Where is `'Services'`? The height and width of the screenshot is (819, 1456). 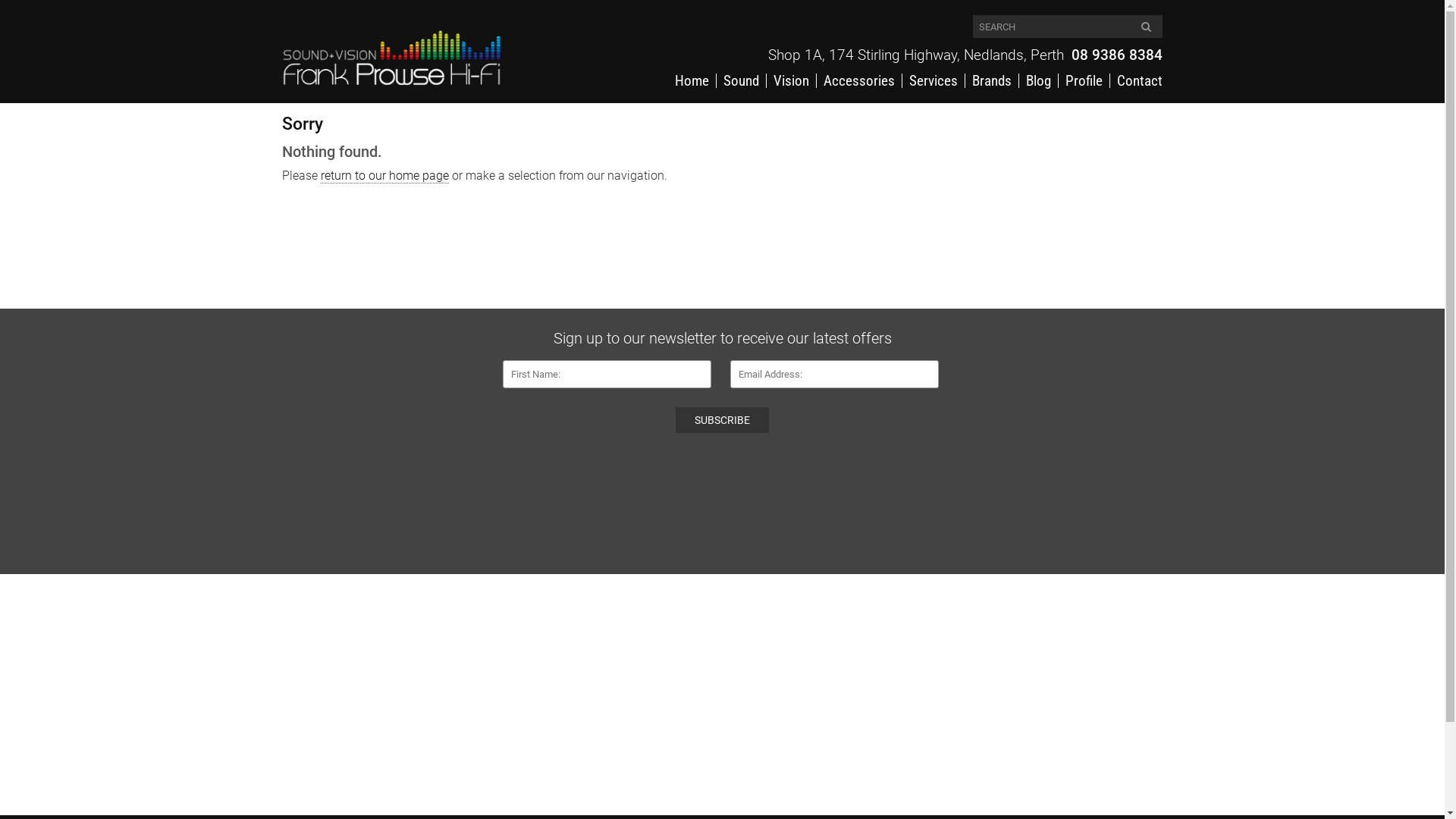
'Services' is located at coordinates (932, 80).